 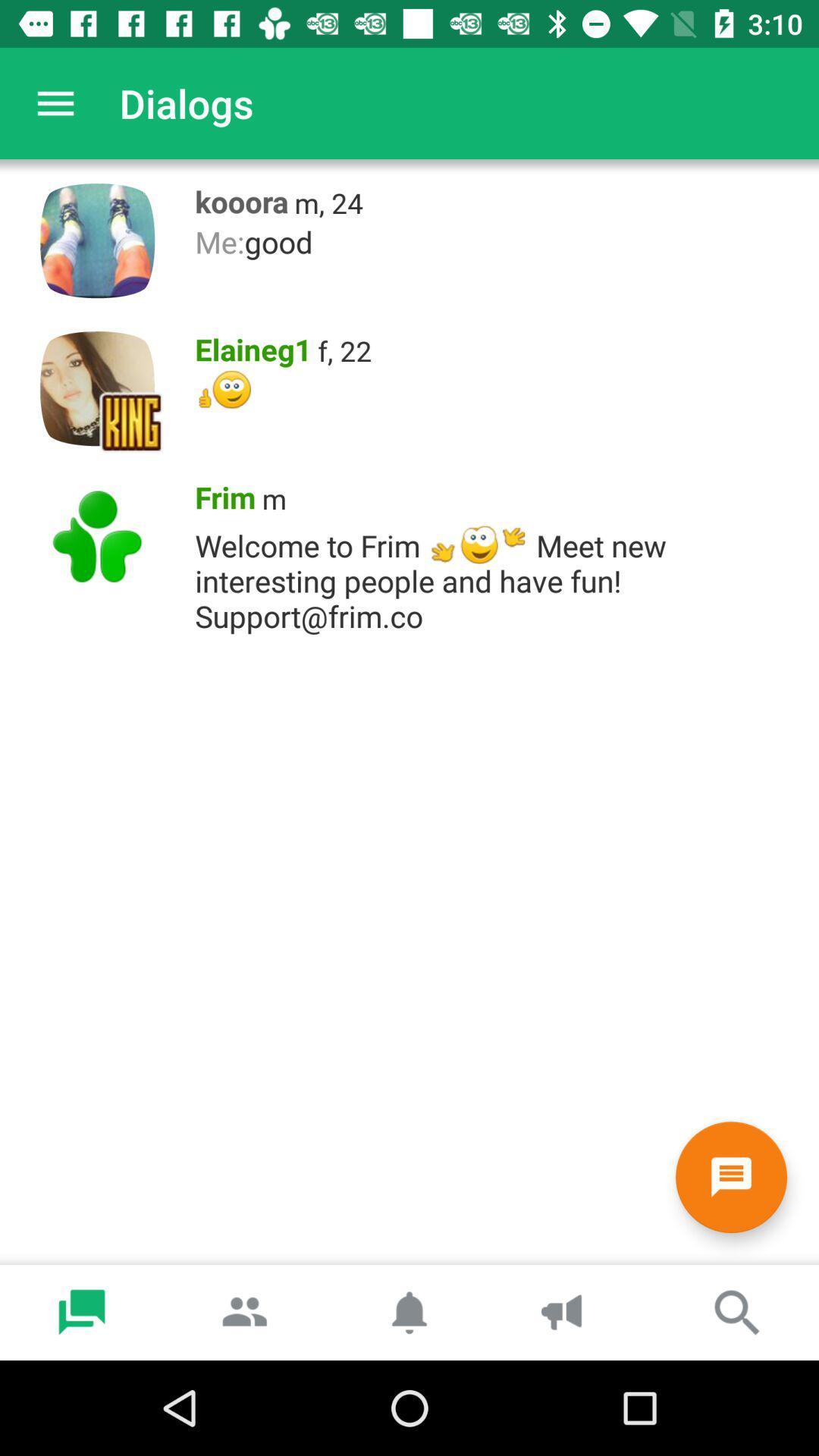 What do you see at coordinates (237, 197) in the screenshot?
I see `the item to the left of the m, 24 icon` at bounding box center [237, 197].